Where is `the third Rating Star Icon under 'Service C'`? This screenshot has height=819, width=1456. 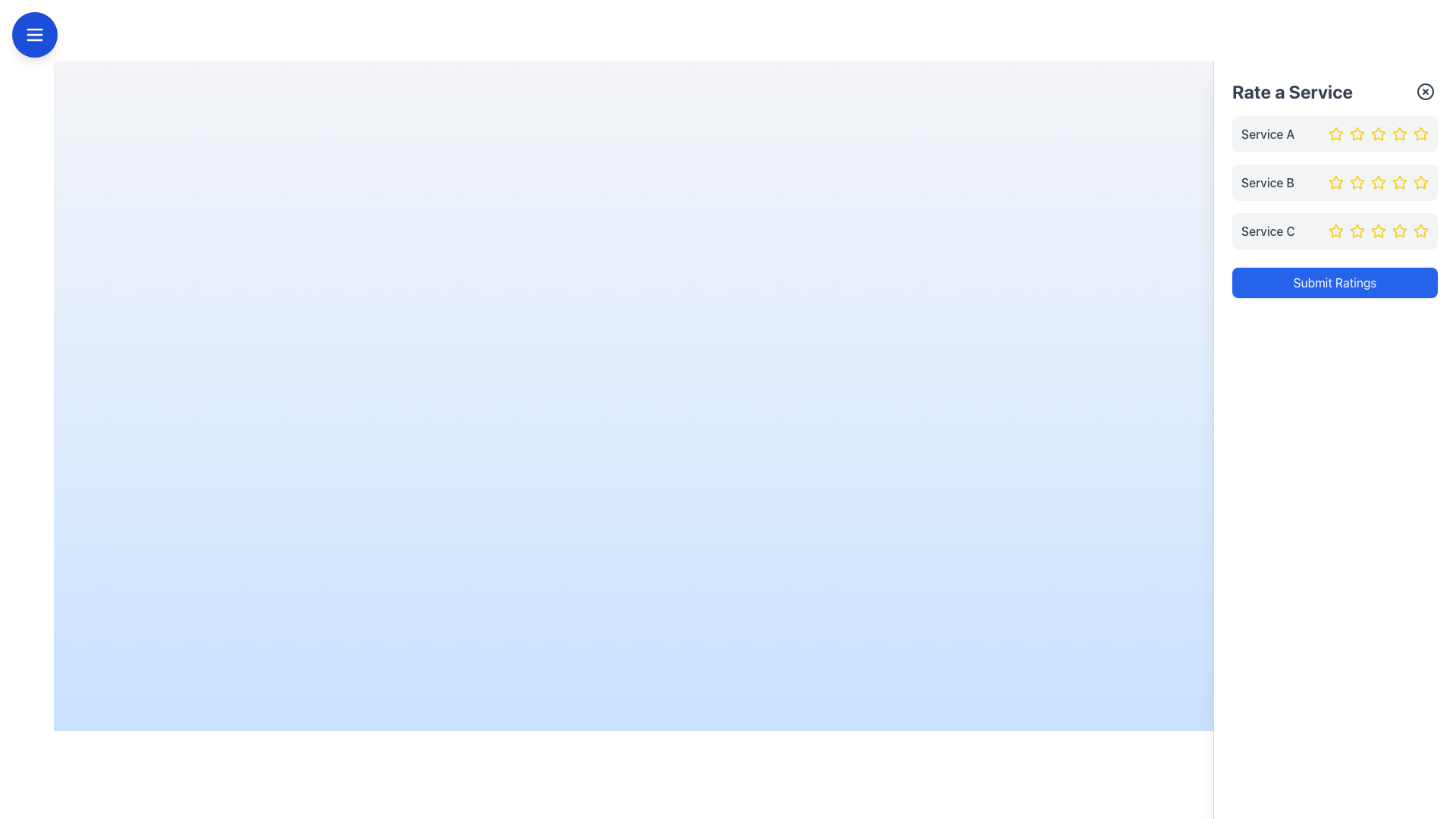 the third Rating Star Icon under 'Service C' is located at coordinates (1357, 231).